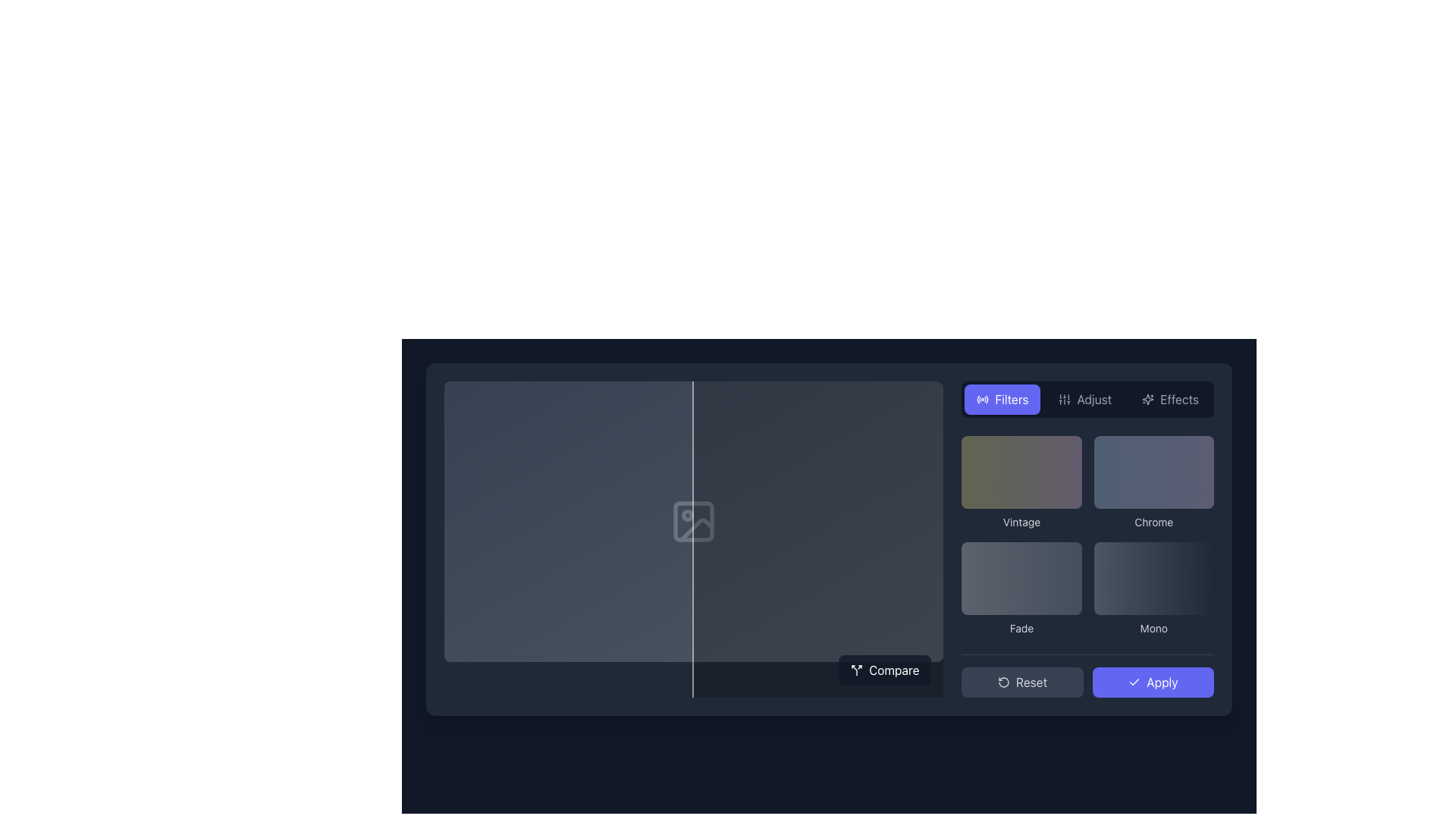  Describe the element at coordinates (1153, 472) in the screenshot. I see `the interactive visual button labeled 'Chrome'` at that location.